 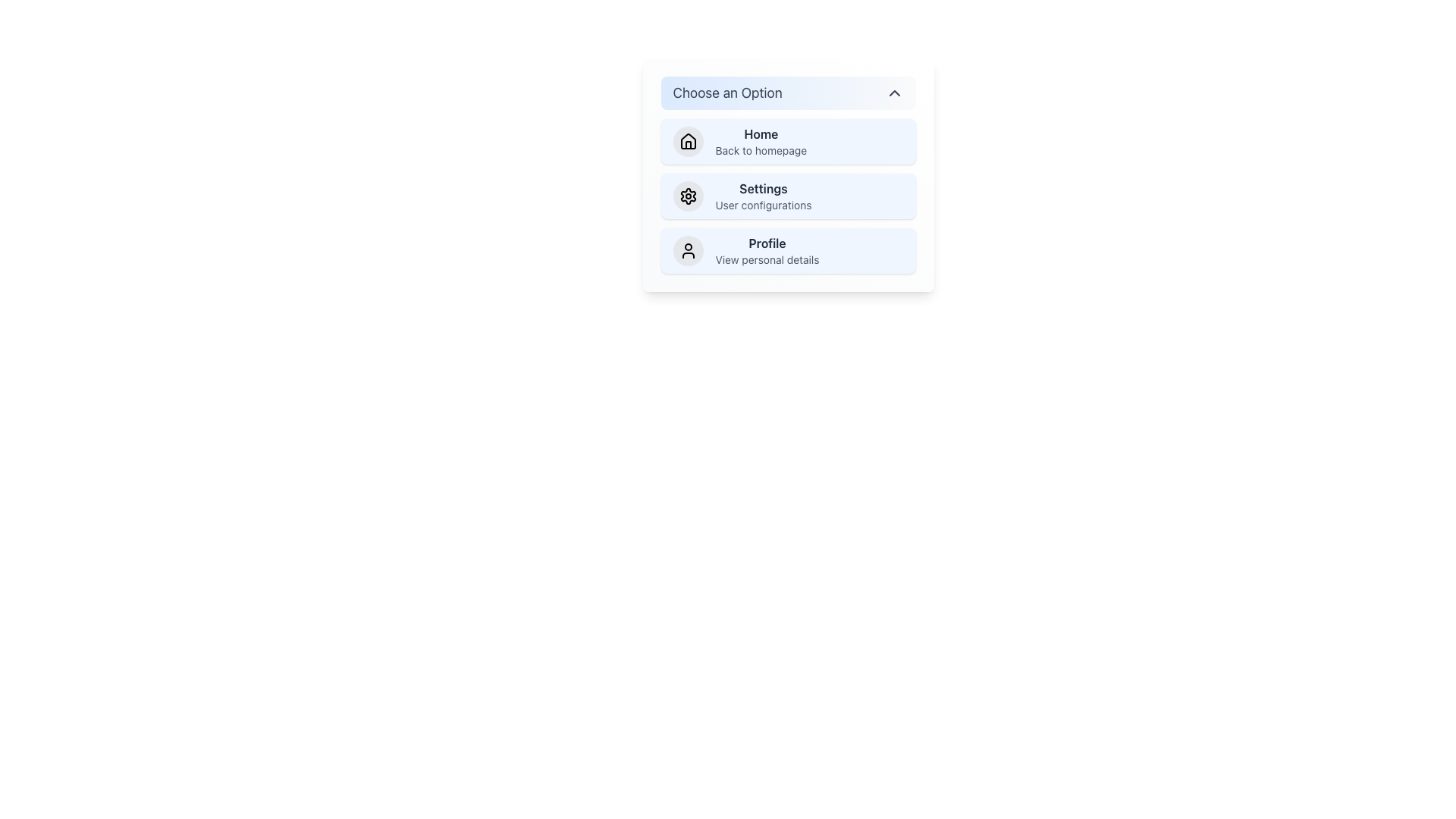 I want to click on the Text Label that indicates the first menu option for redirecting users to the homepage, positioned above 'Back to homepage' and to the right of the house icon, so click(x=761, y=133).